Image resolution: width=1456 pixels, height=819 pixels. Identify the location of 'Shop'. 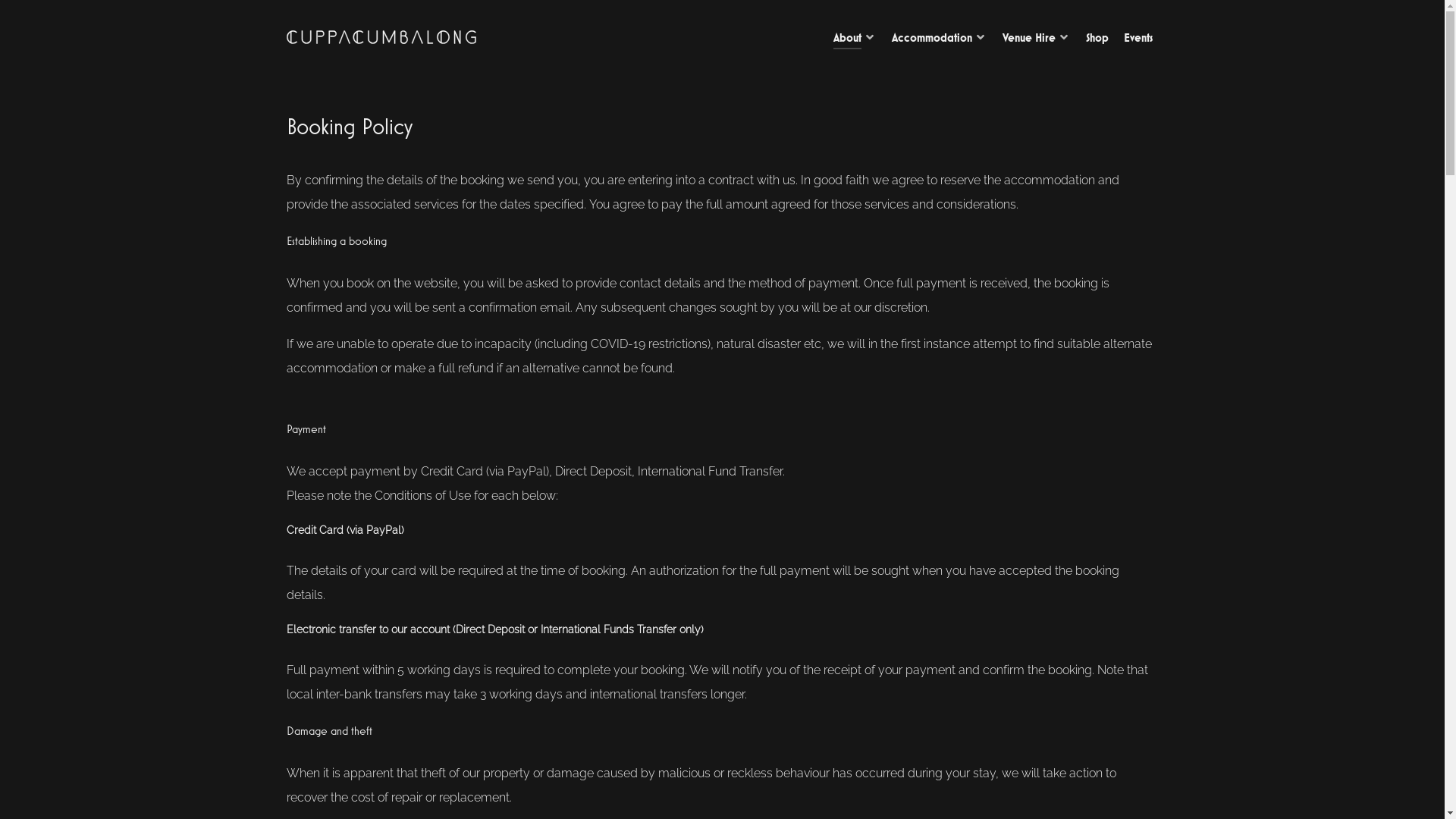
(1097, 37).